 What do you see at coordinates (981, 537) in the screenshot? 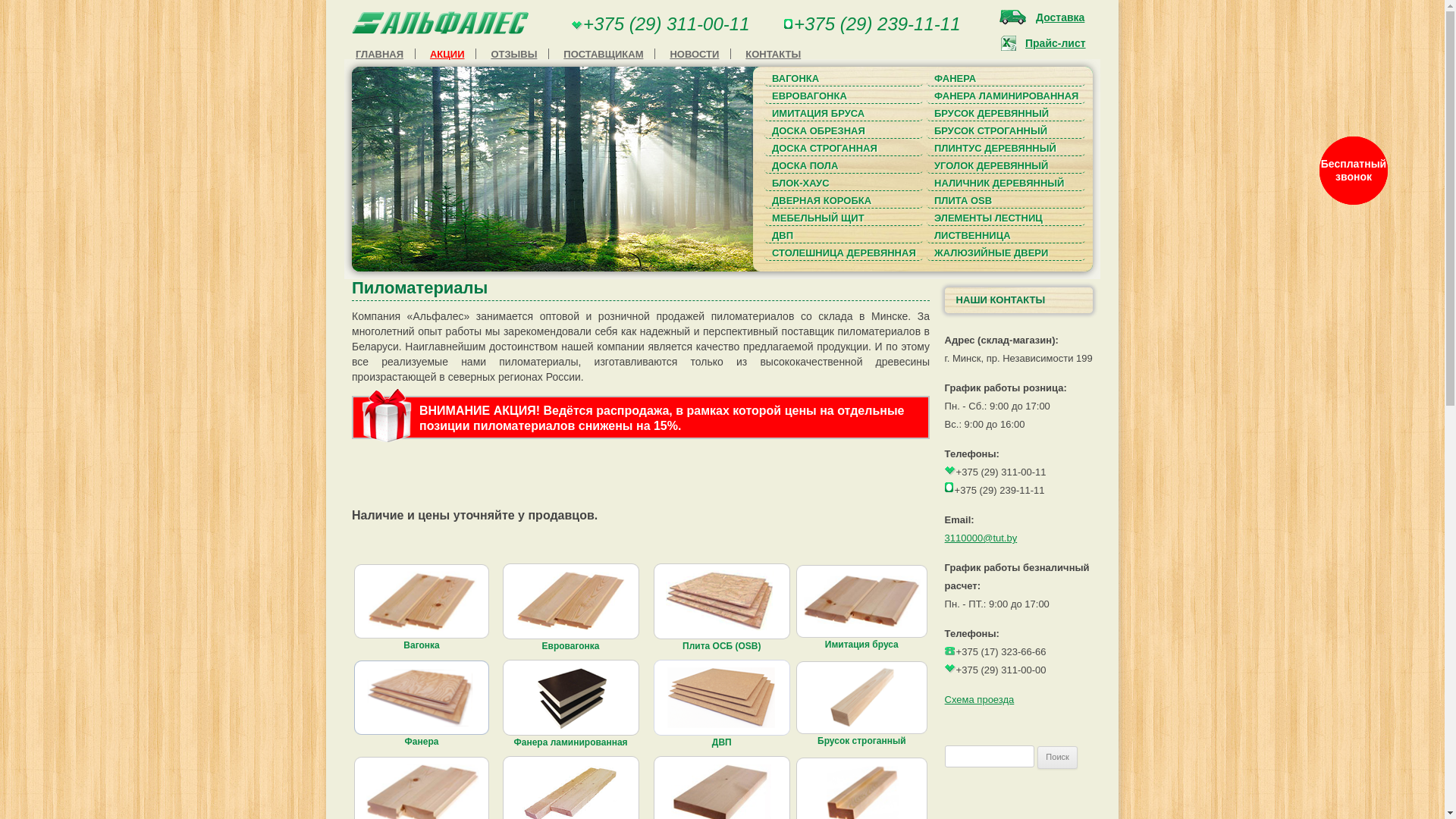
I see `'3110000@tut.by'` at bounding box center [981, 537].